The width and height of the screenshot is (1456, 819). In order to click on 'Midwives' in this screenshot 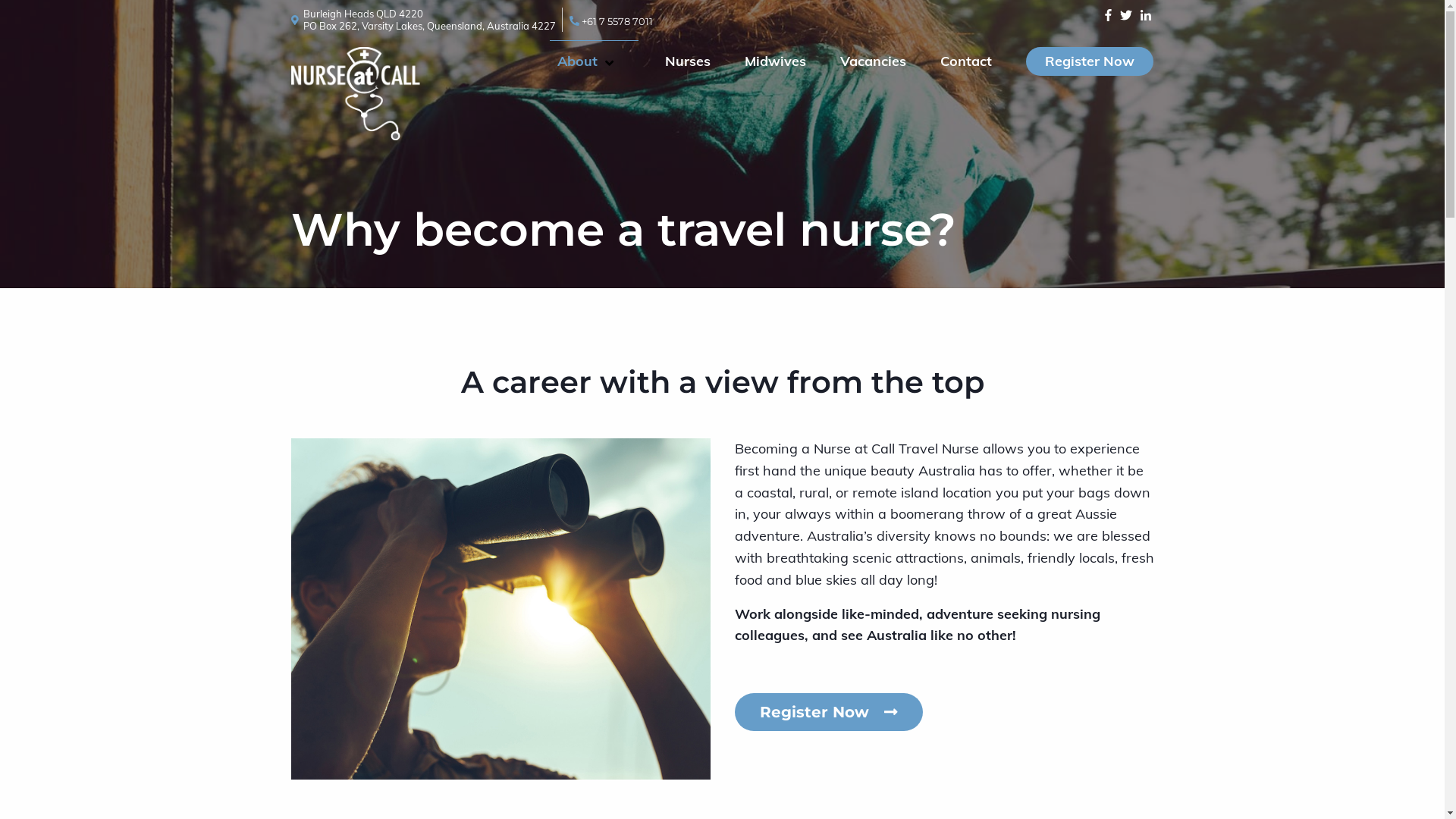, I will do `click(745, 61)`.